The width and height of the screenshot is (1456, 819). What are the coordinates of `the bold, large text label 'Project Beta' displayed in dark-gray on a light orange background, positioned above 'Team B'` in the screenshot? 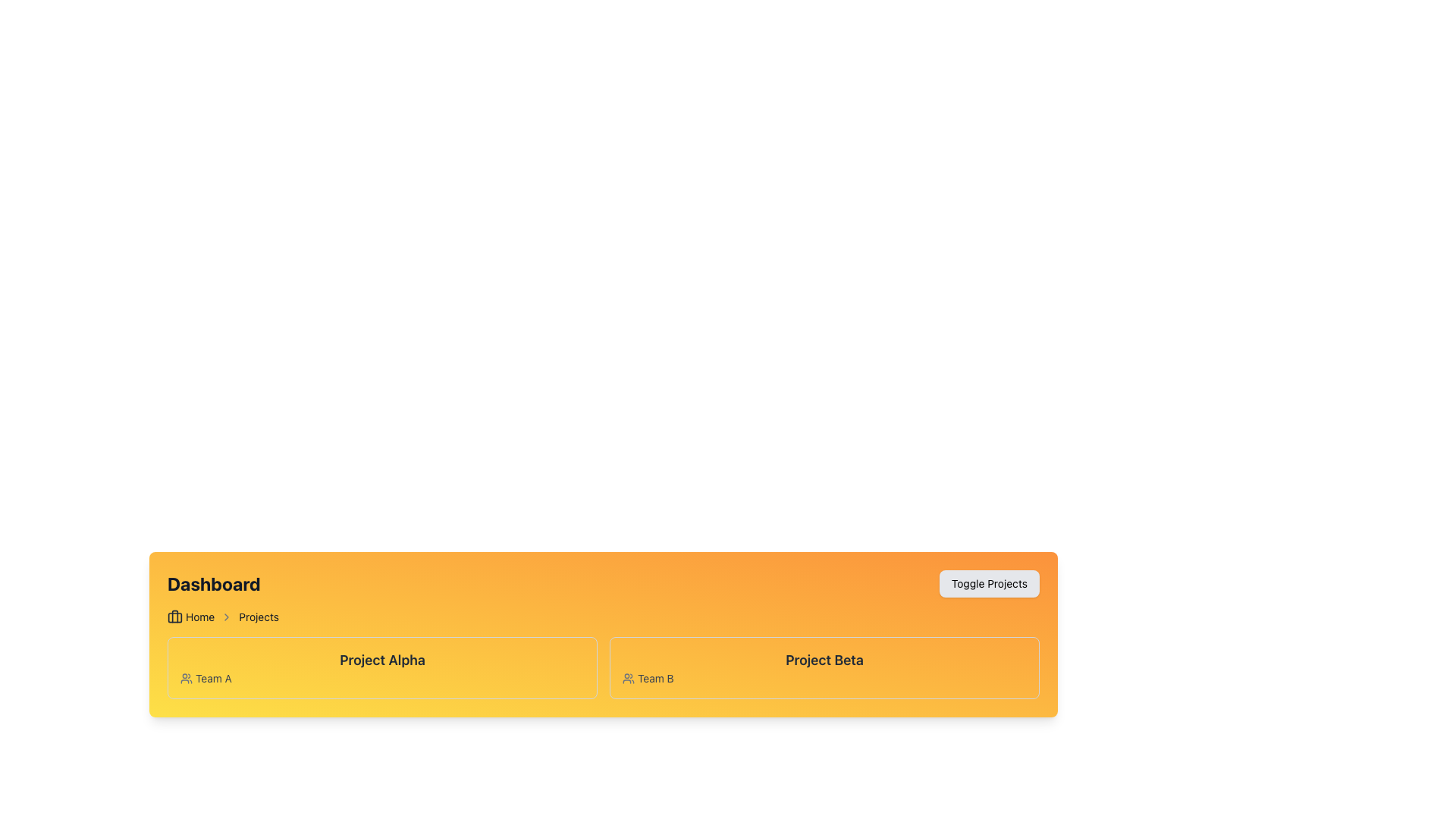 It's located at (824, 660).